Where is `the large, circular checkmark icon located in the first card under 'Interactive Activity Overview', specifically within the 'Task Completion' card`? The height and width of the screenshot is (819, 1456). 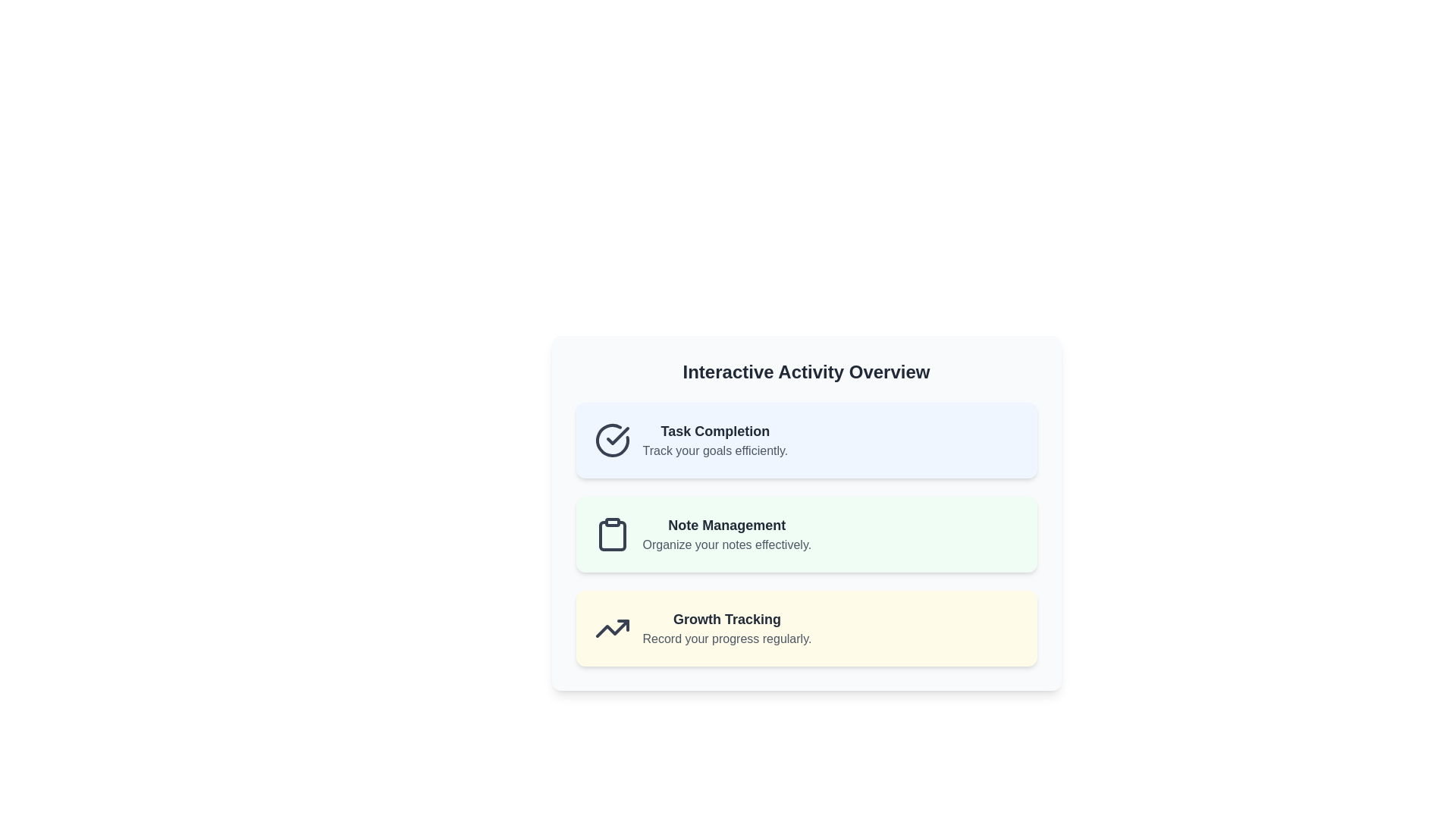
the large, circular checkmark icon located in the first card under 'Interactive Activity Overview', specifically within the 'Task Completion' card is located at coordinates (612, 441).